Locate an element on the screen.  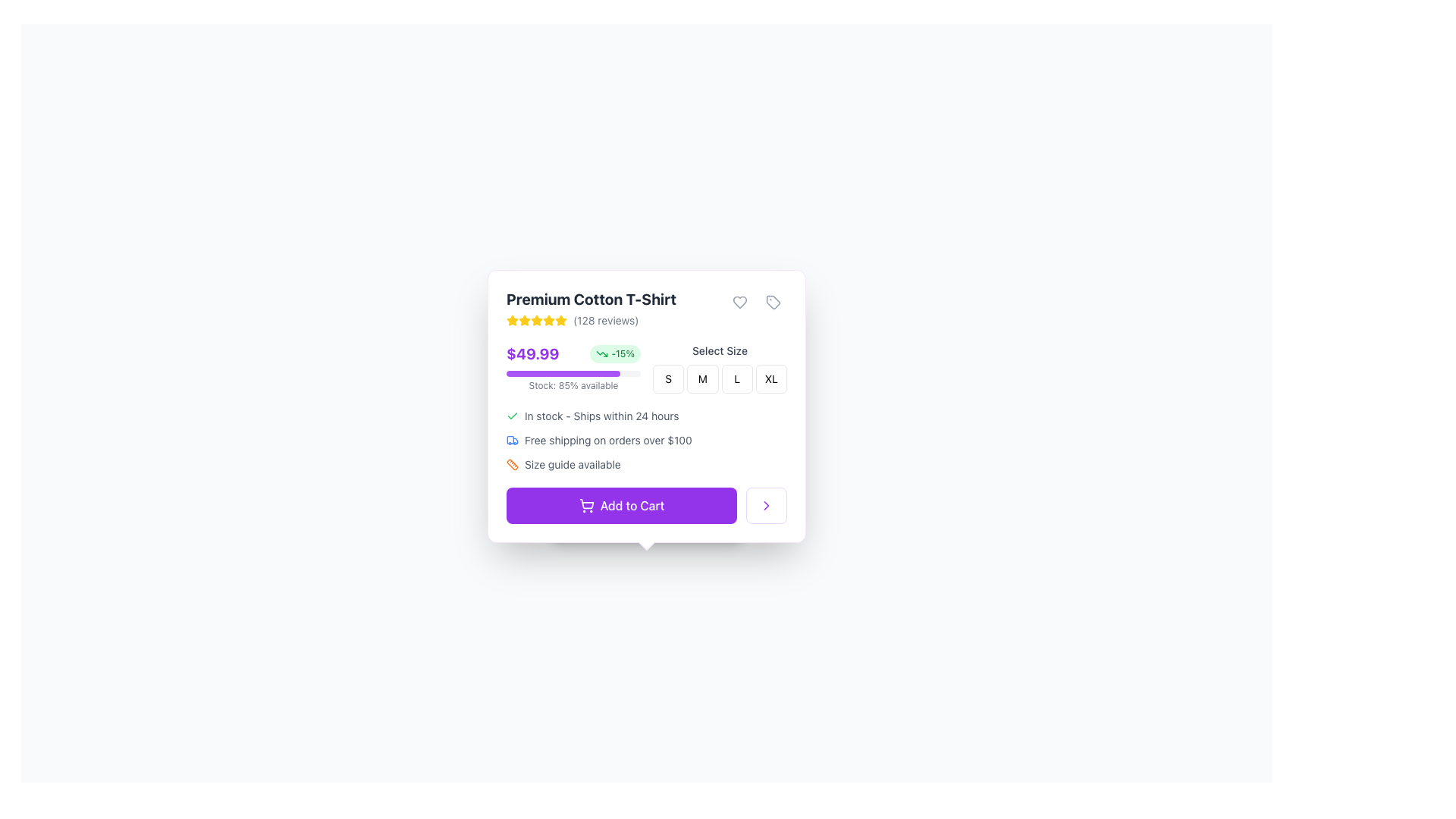
the static text label indicating the number of reviews associated with the product, which is positioned to the immediate right of the star icons in the product detail section is located at coordinates (605, 320).